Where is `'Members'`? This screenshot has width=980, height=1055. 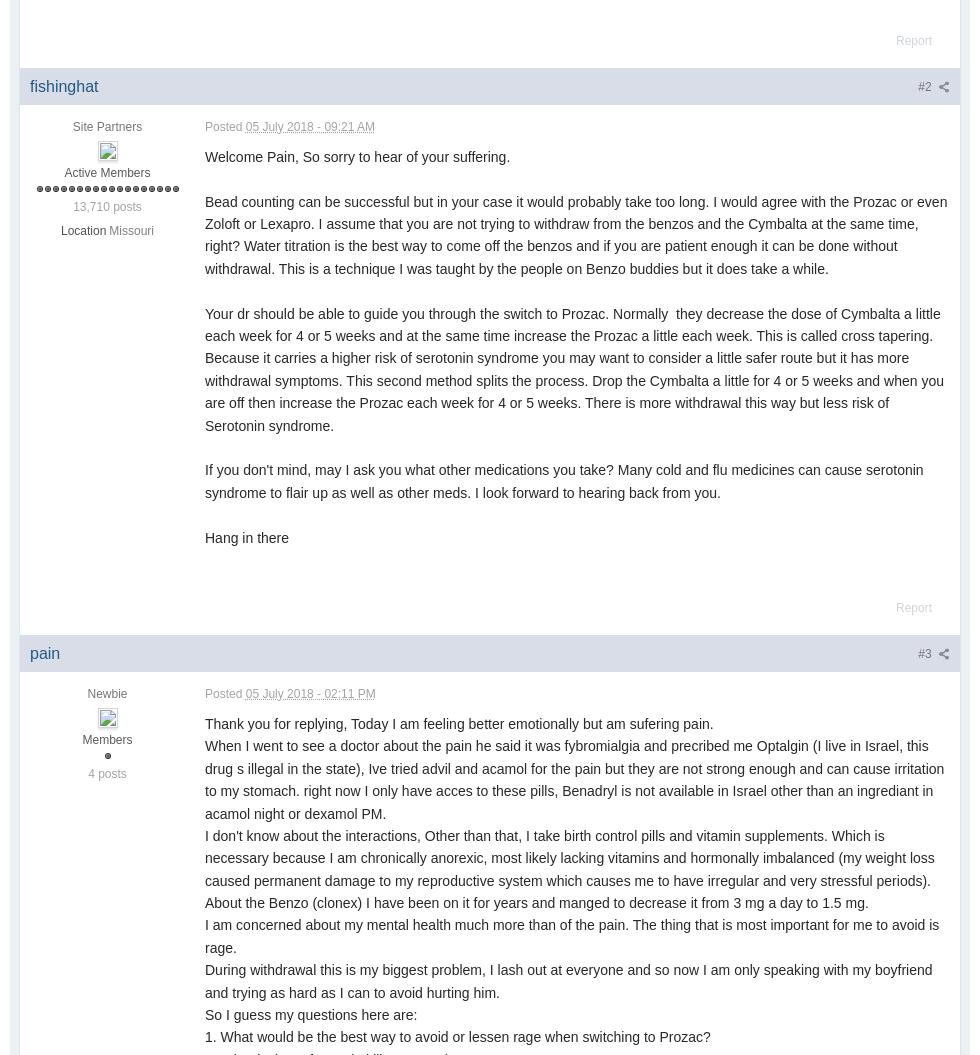
'Members' is located at coordinates (107, 739).